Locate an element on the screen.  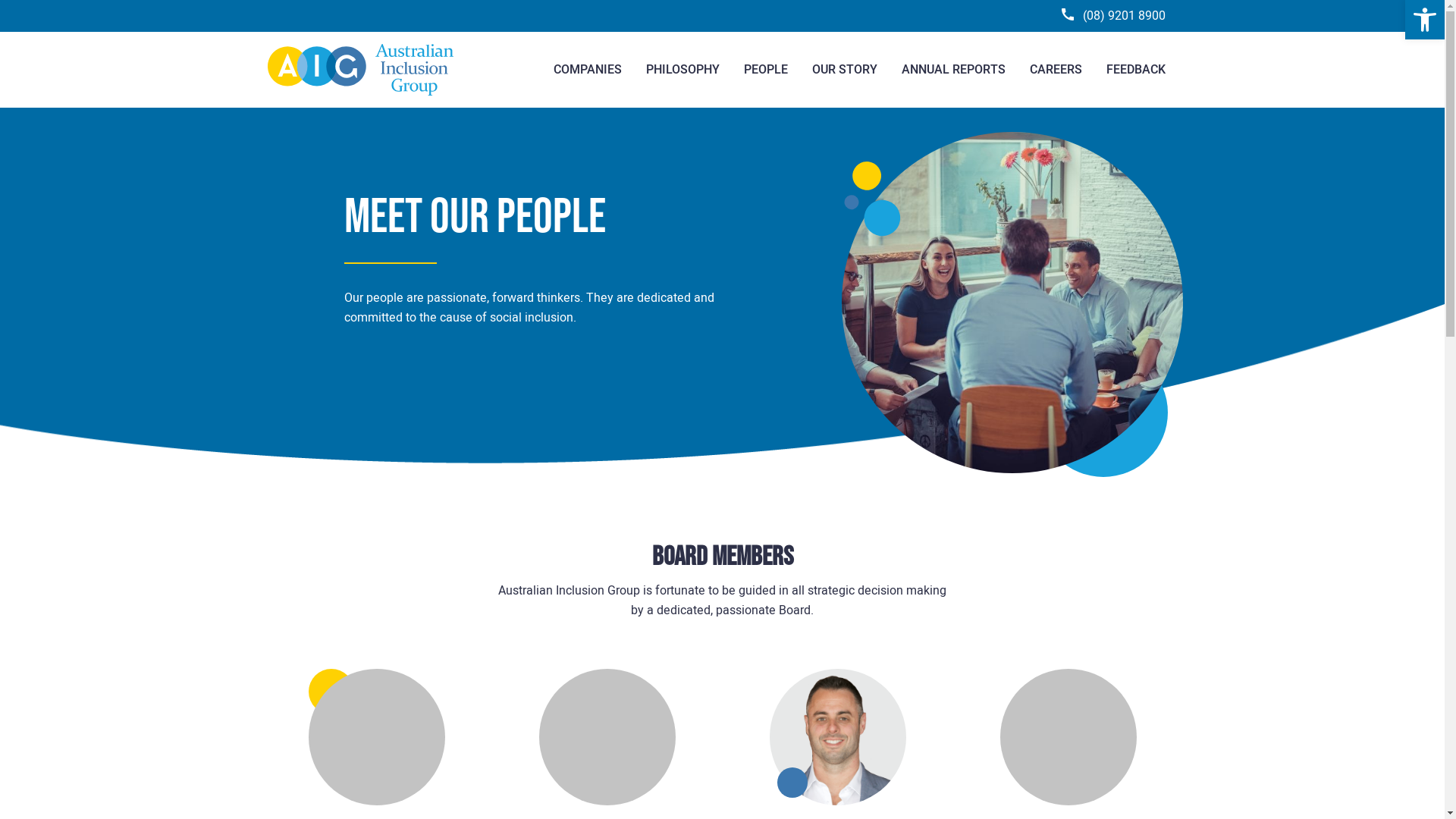
'OUR STORY' is located at coordinates (811, 70).